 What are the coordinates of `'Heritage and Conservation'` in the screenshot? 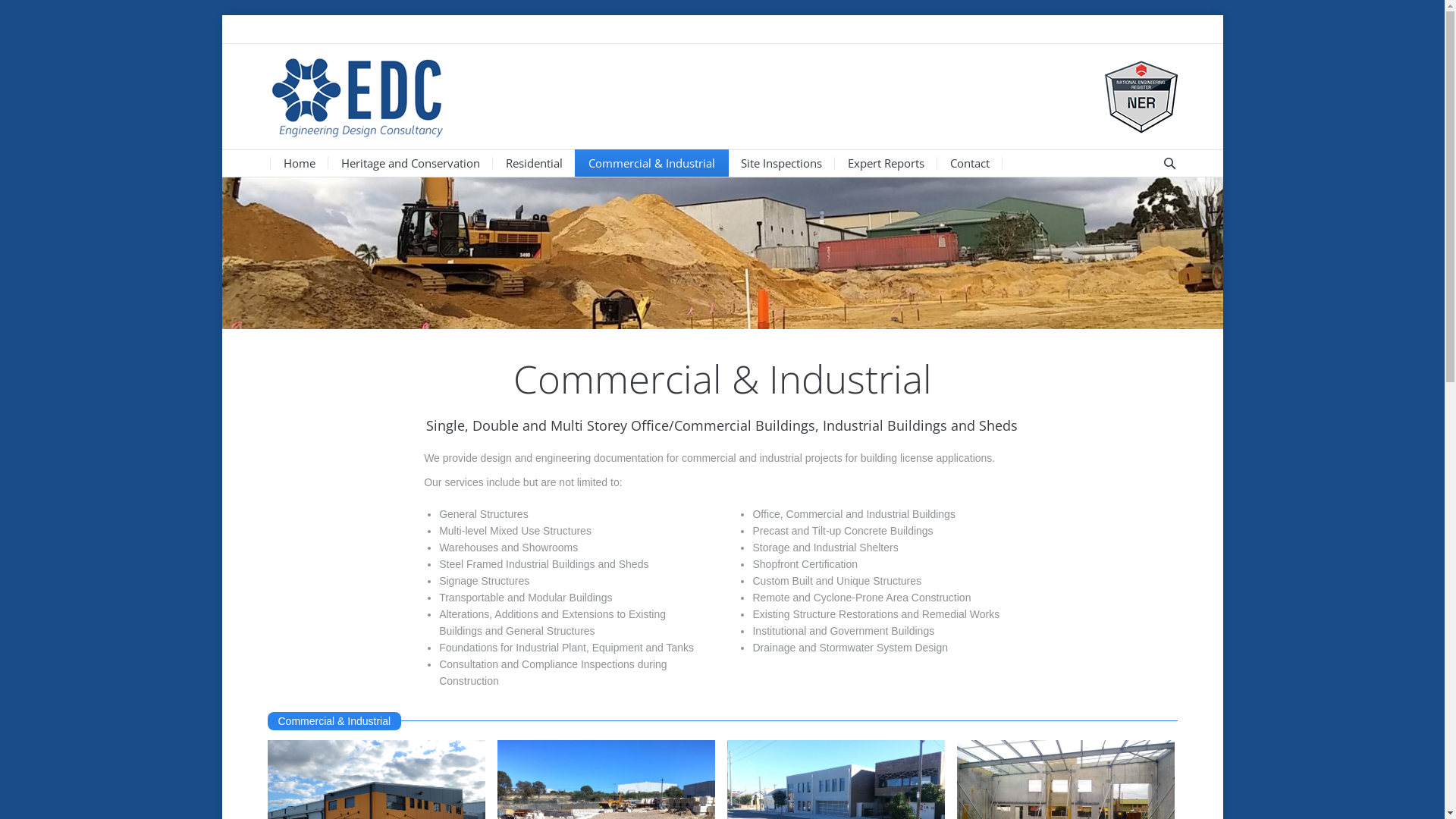 It's located at (410, 163).